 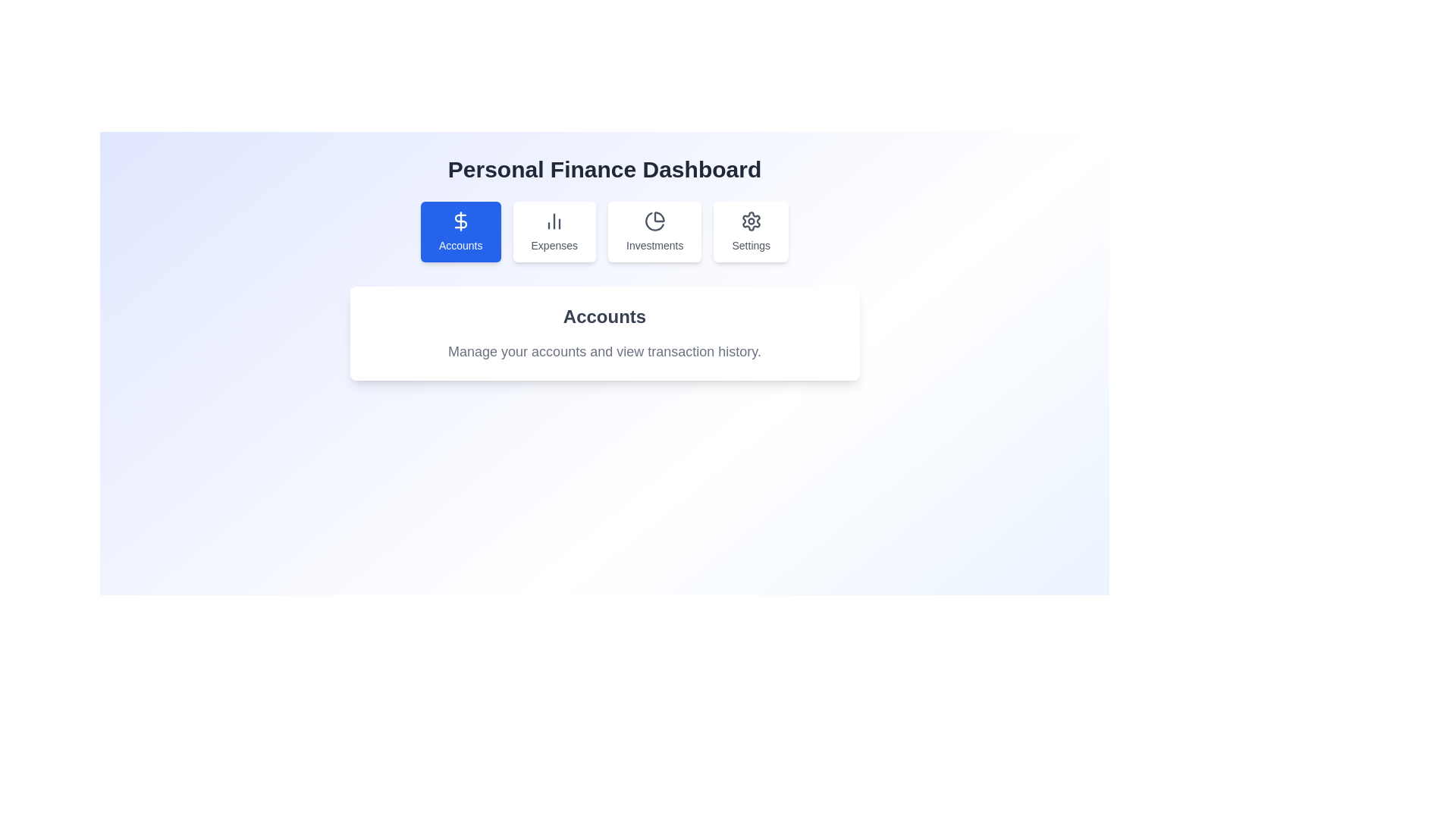 What do you see at coordinates (751, 221) in the screenshot?
I see `the gear icon located in the Settings section of the navigation menu` at bounding box center [751, 221].